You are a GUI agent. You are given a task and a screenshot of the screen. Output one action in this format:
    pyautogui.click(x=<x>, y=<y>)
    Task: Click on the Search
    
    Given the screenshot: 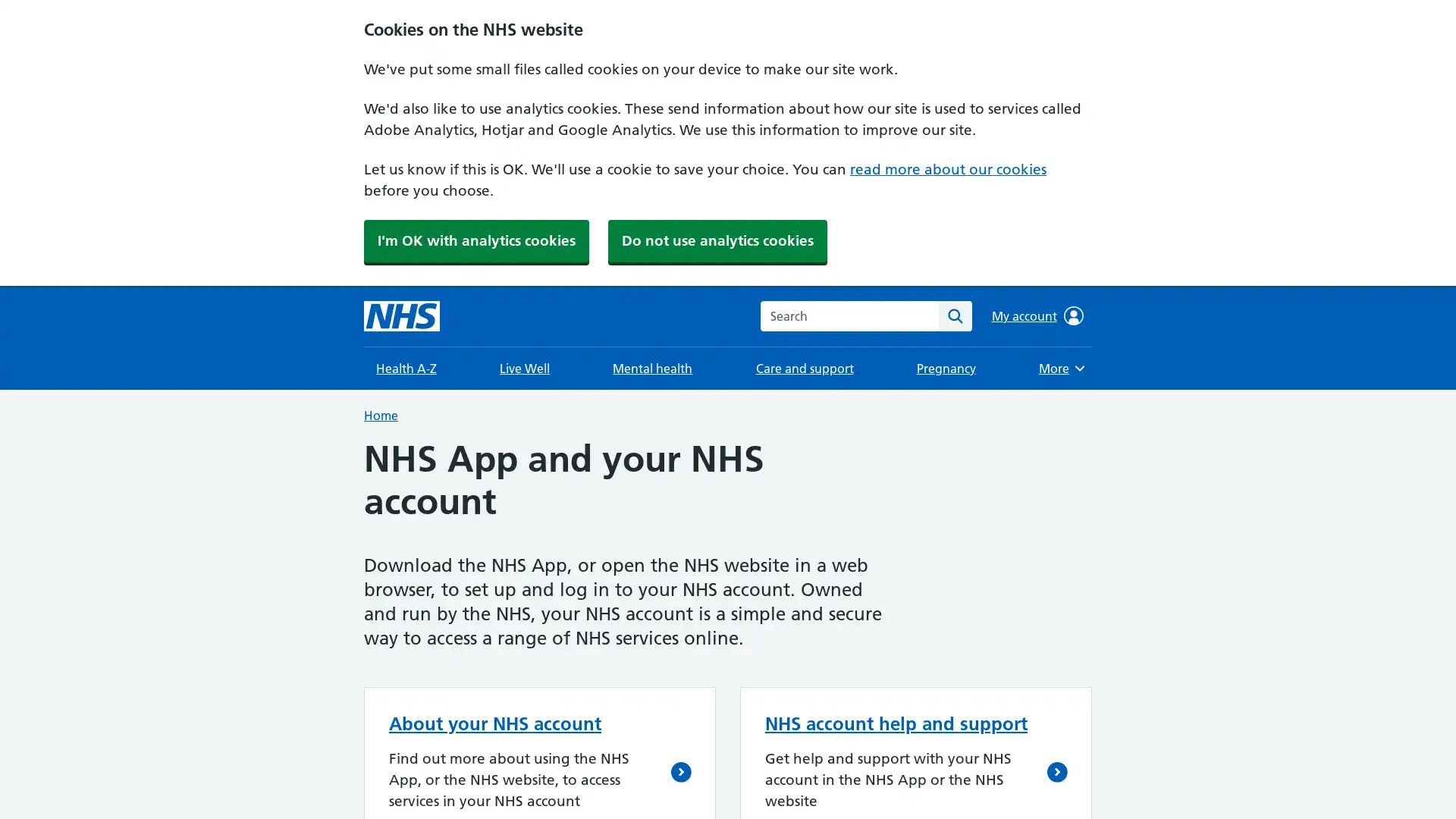 What is the action you would take?
    pyautogui.click(x=954, y=315)
    